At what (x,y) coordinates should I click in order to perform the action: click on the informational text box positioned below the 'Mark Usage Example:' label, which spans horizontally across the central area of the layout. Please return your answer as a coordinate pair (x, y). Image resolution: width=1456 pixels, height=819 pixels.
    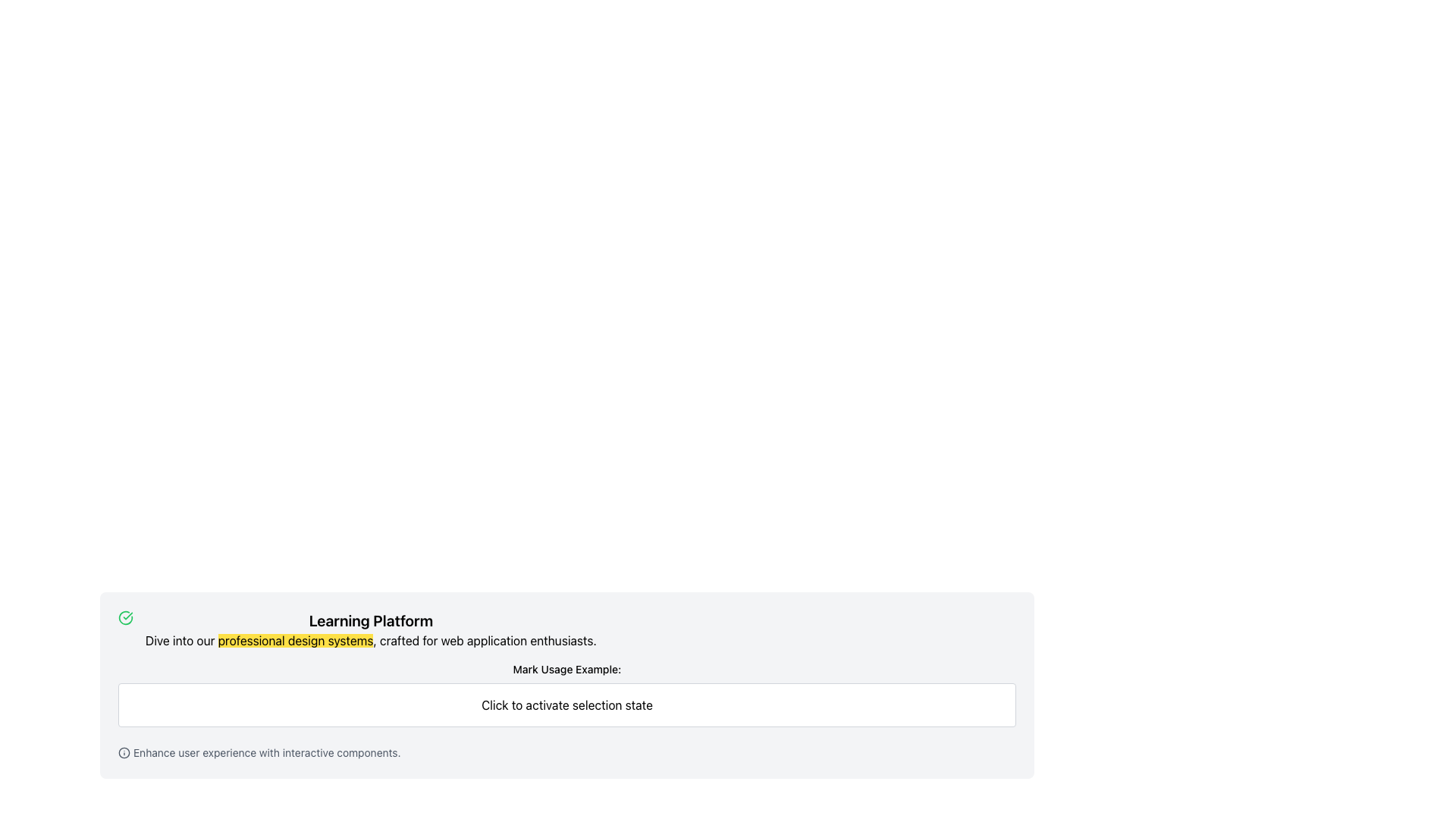
    Looking at the image, I should click on (566, 704).